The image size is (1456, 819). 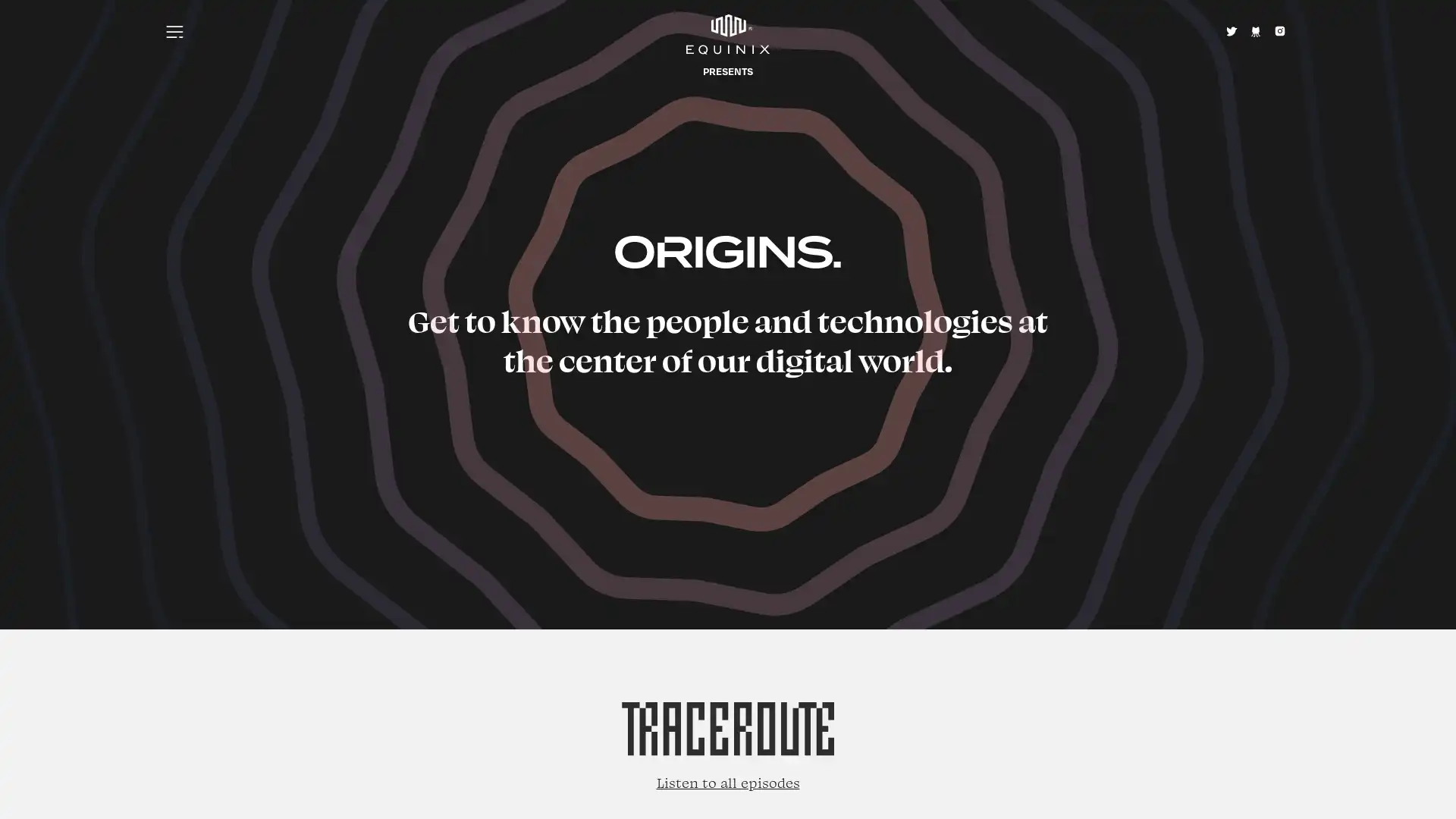 What do you see at coordinates (174, 32) in the screenshot?
I see `Menu icon` at bounding box center [174, 32].